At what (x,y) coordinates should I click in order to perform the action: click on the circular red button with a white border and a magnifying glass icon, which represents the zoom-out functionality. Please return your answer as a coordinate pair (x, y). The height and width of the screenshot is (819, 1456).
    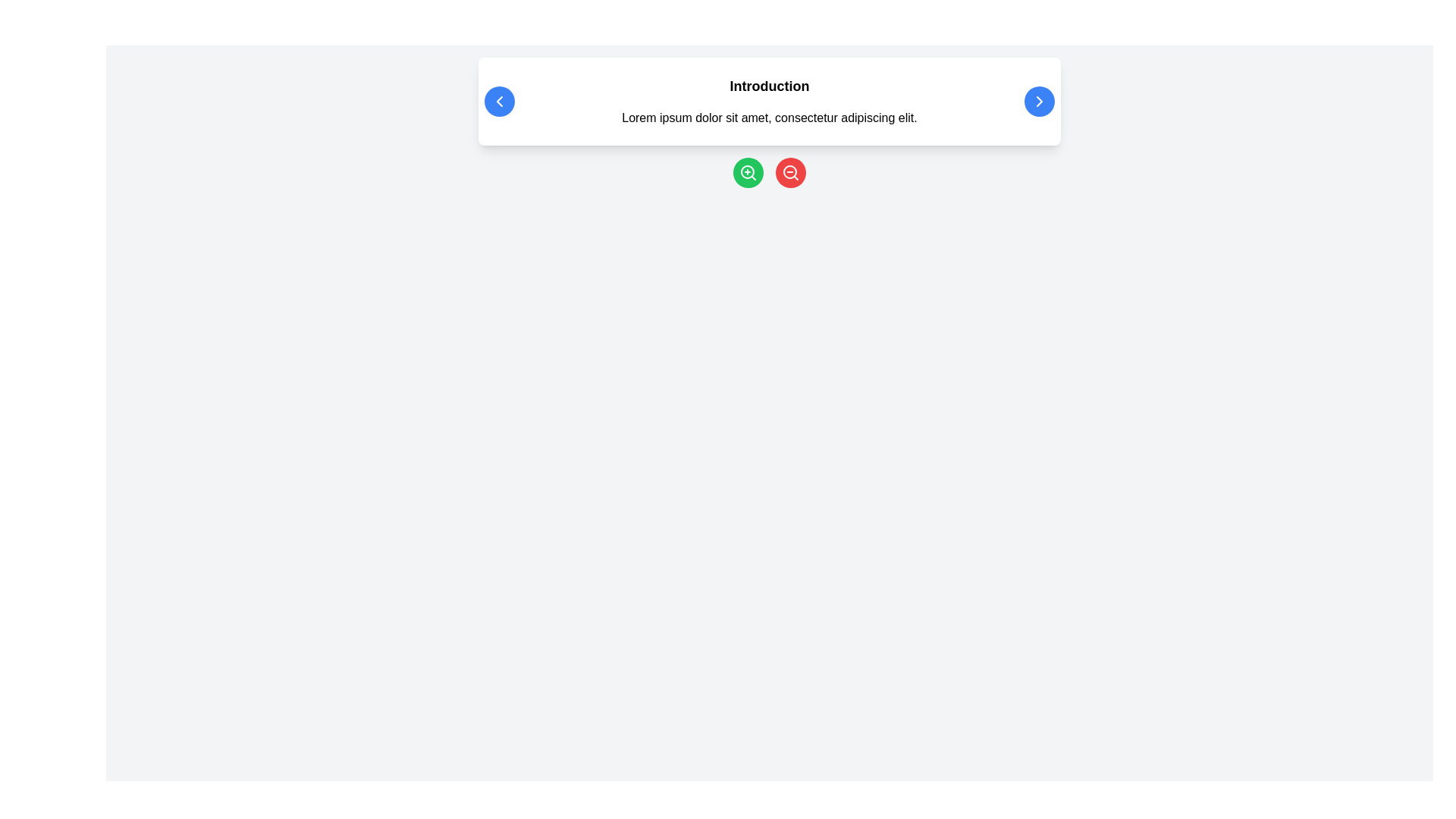
    Looking at the image, I should click on (789, 171).